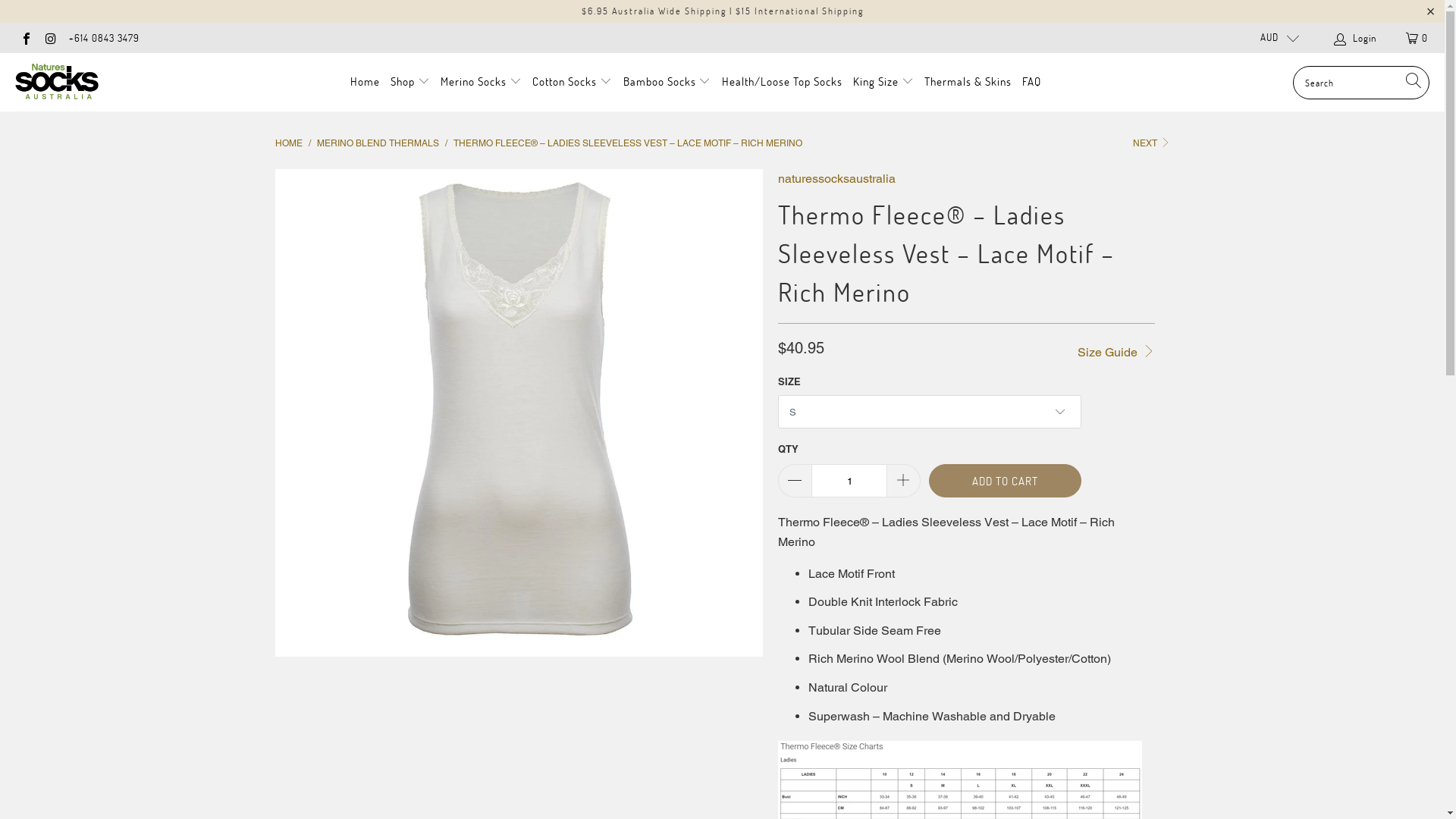 The image size is (1456, 819). Describe the element at coordinates (315, 143) in the screenshot. I see `'MERINO BLEND THERMALS'` at that location.